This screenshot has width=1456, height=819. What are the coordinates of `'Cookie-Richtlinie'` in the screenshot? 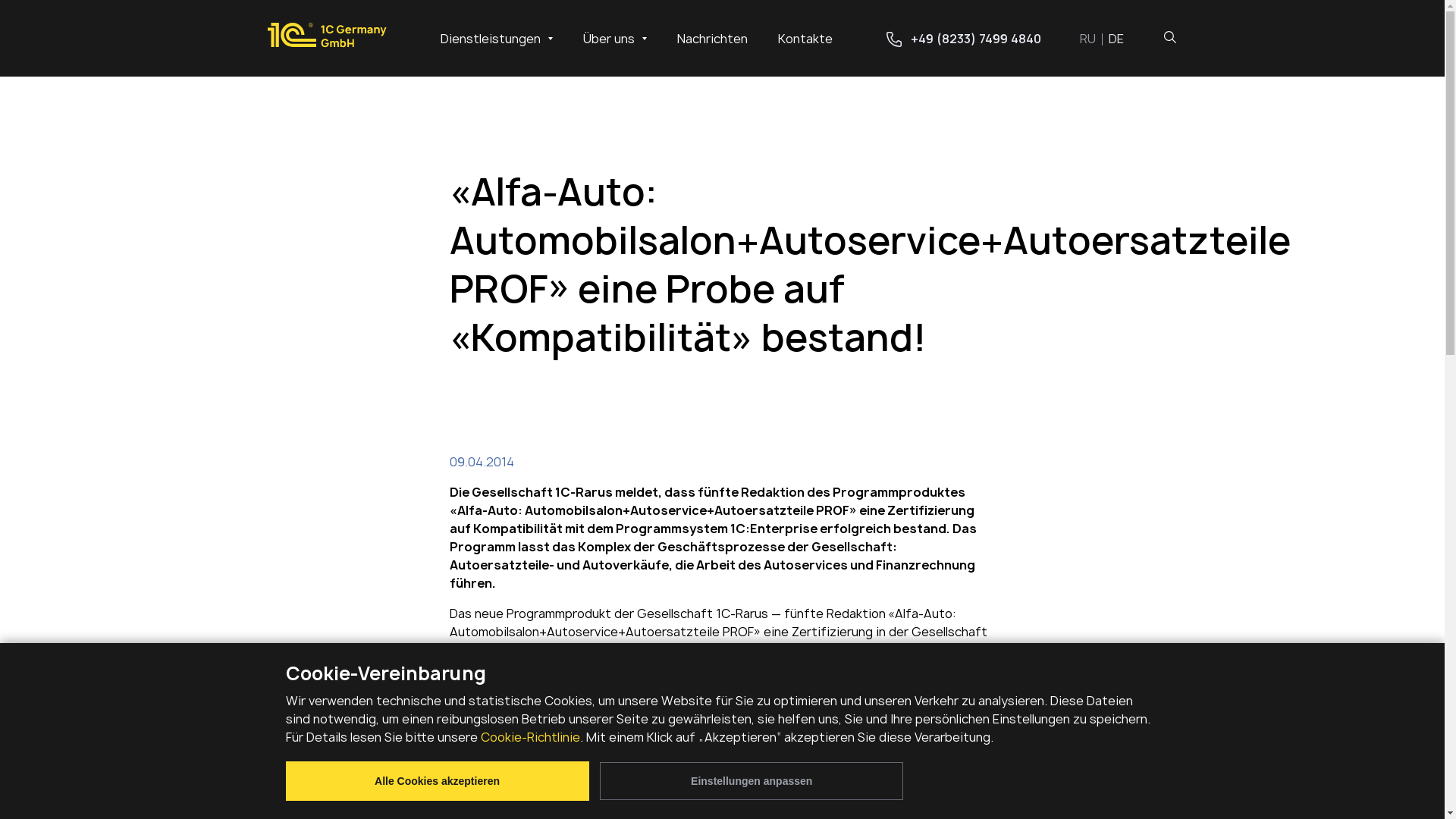 It's located at (530, 736).